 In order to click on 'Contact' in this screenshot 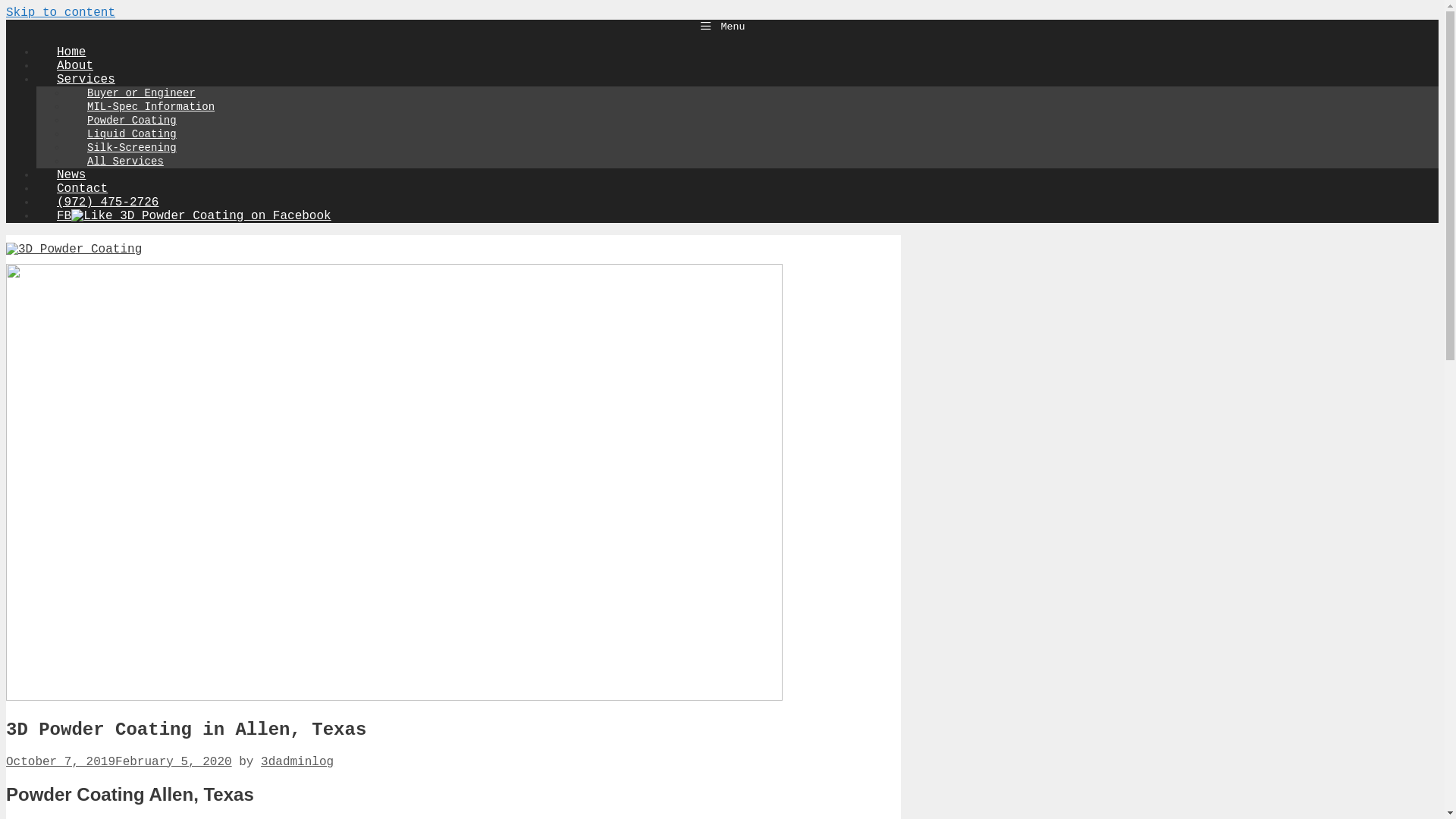, I will do `click(81, 188)`.